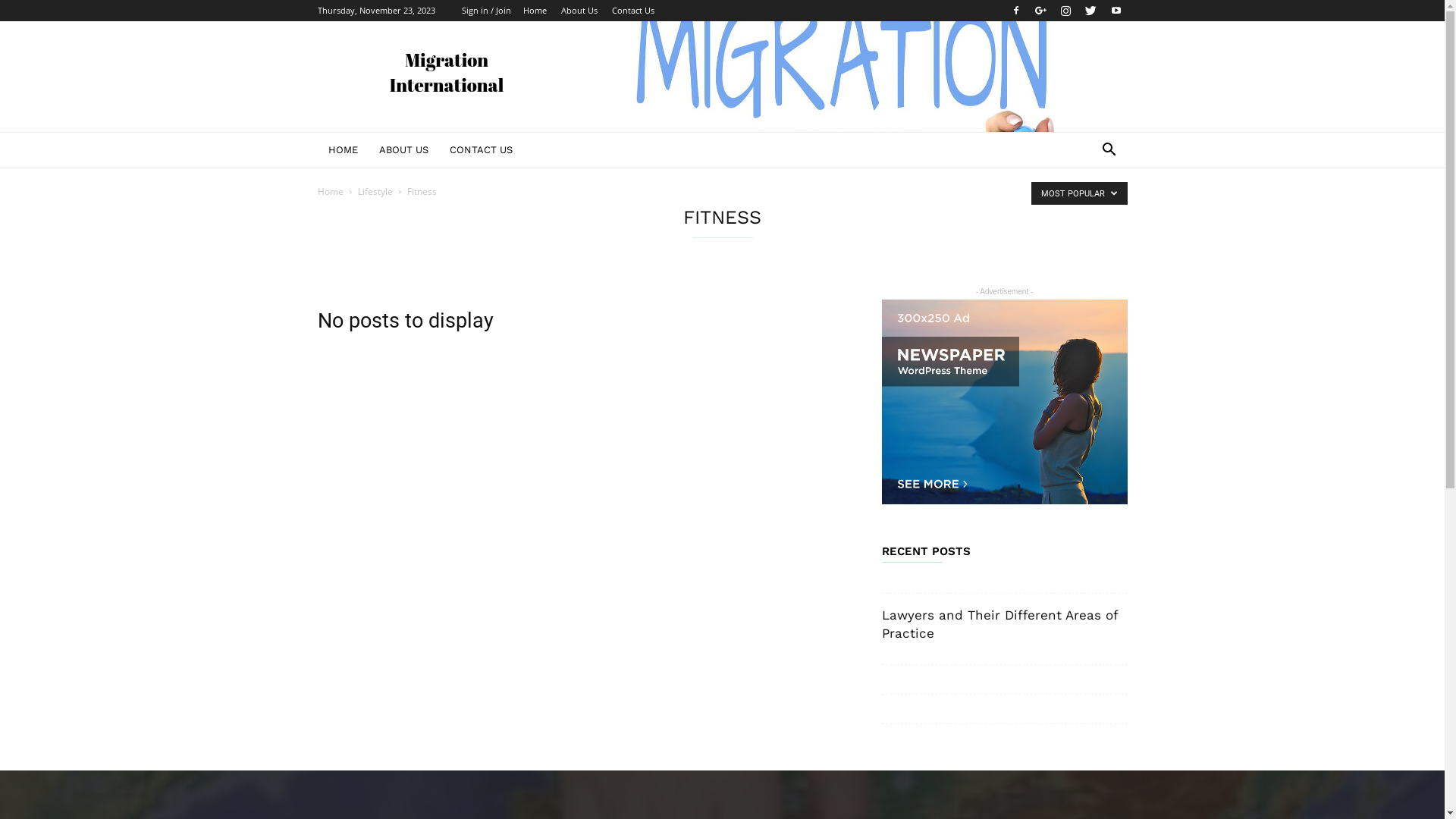 The image size is (1456, 819). What do you see at coordinates (329, 190) in the screenshot?
I see `'Home'` at bounding box center [329, 190].